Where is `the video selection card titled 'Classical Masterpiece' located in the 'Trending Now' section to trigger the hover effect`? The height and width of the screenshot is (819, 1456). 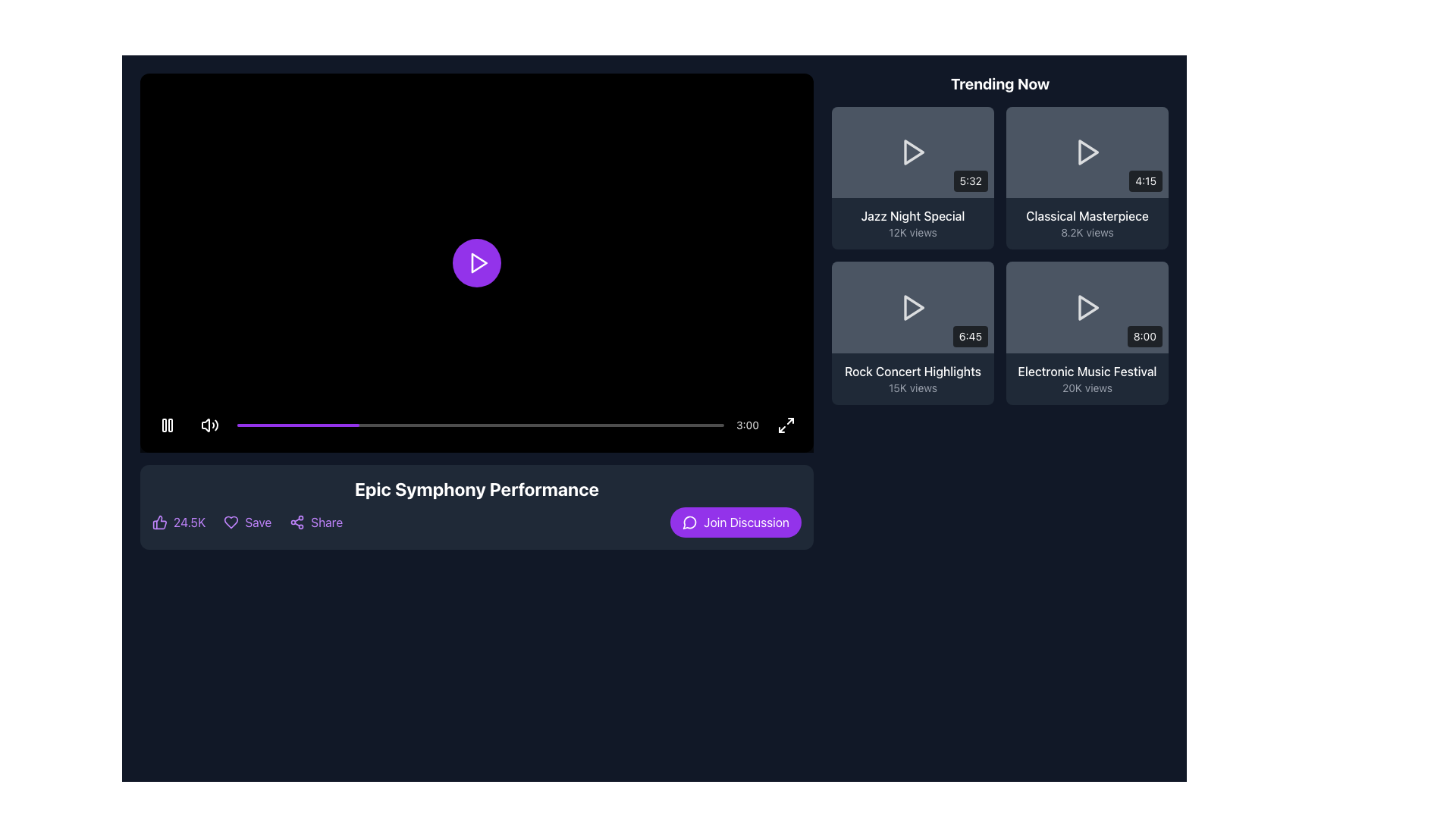
the video selection card titled 'Classical Masterpiece' located in the 'Trending Now' section to trigger the hover effect is located at coordinates (1087, 177).